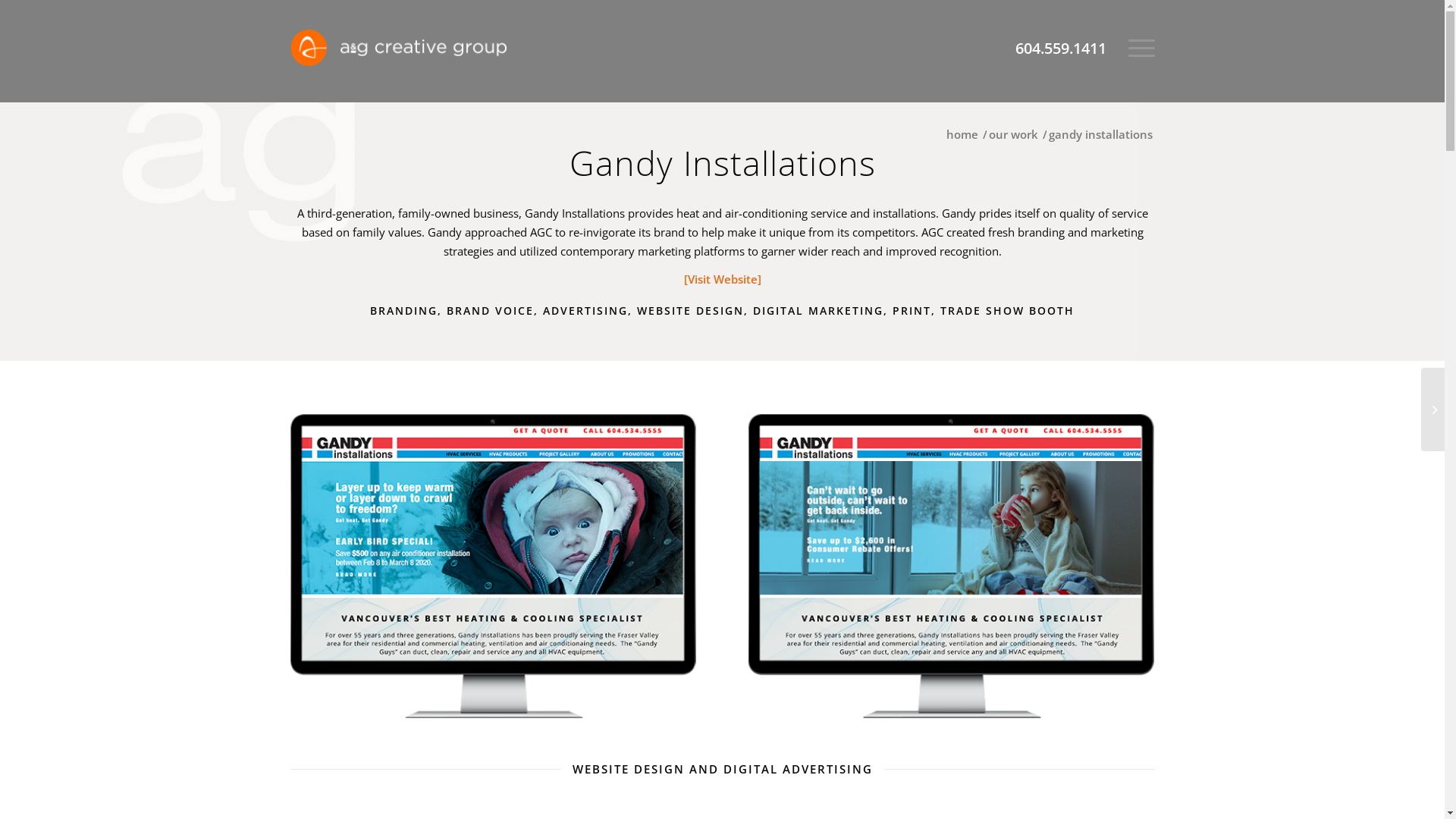 This screenshot has width=1456, height=819. Describe the element at coordinates (722, 278) in the screenshot. I see `'[Visit Website]'` at that location.